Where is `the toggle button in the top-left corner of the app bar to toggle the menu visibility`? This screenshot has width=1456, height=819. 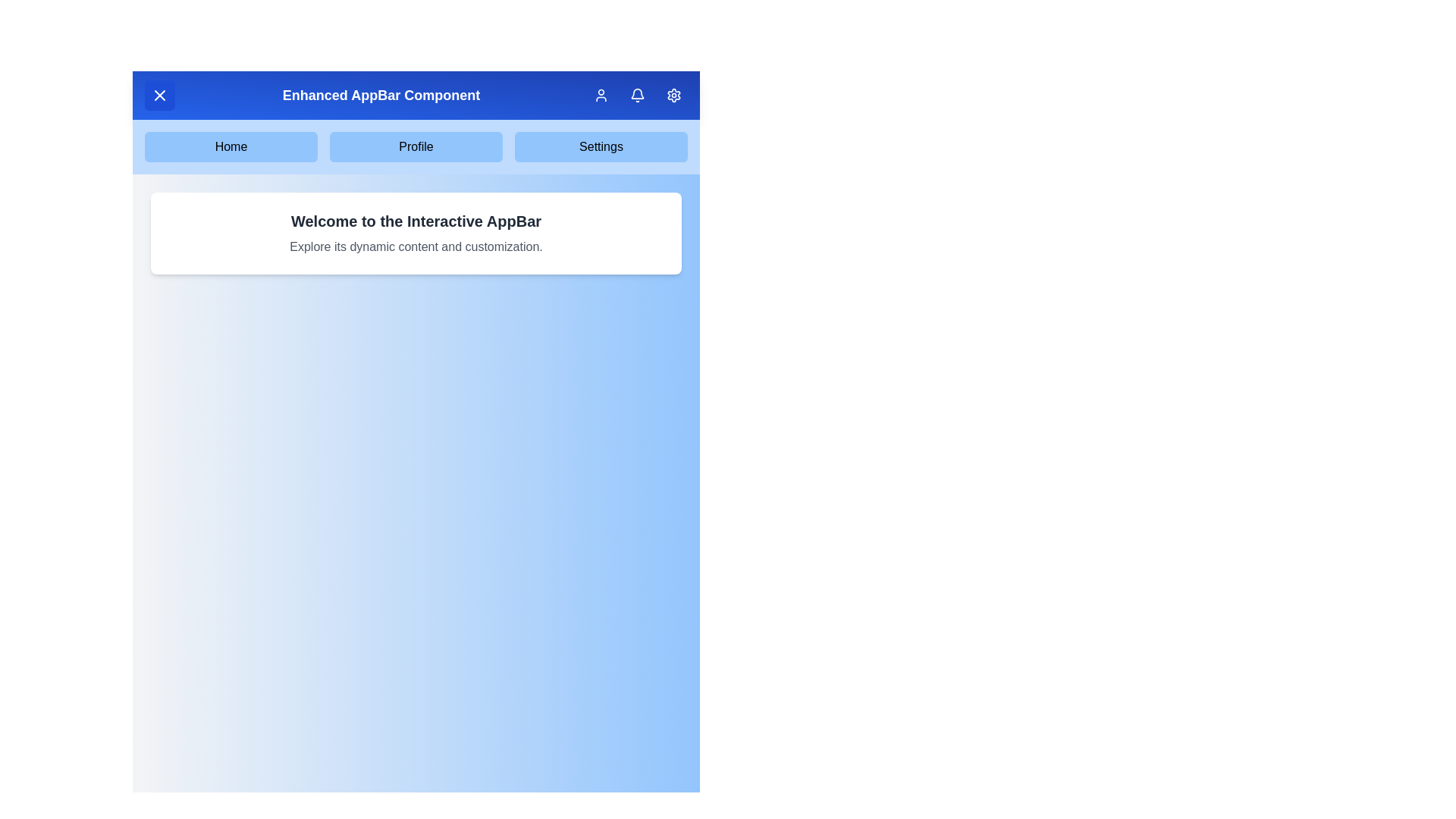
the toggle button in the top-left corner of the app bar to toggle the menu visibility is located at coordinates (160, 96).